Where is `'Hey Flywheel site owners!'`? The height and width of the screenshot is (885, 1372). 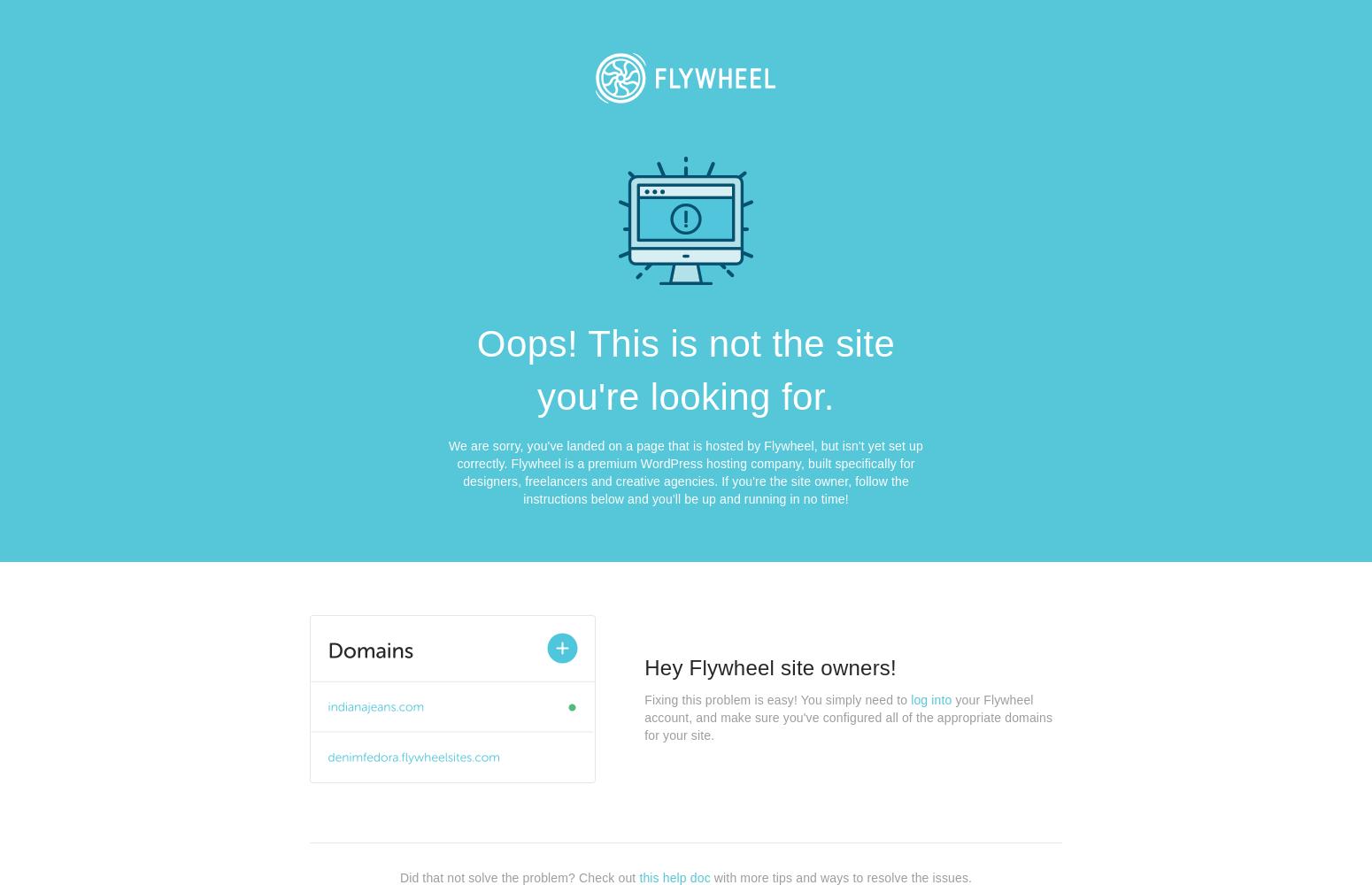
'Hey Flywheel site owners!' is located at coordinates (644, 666).